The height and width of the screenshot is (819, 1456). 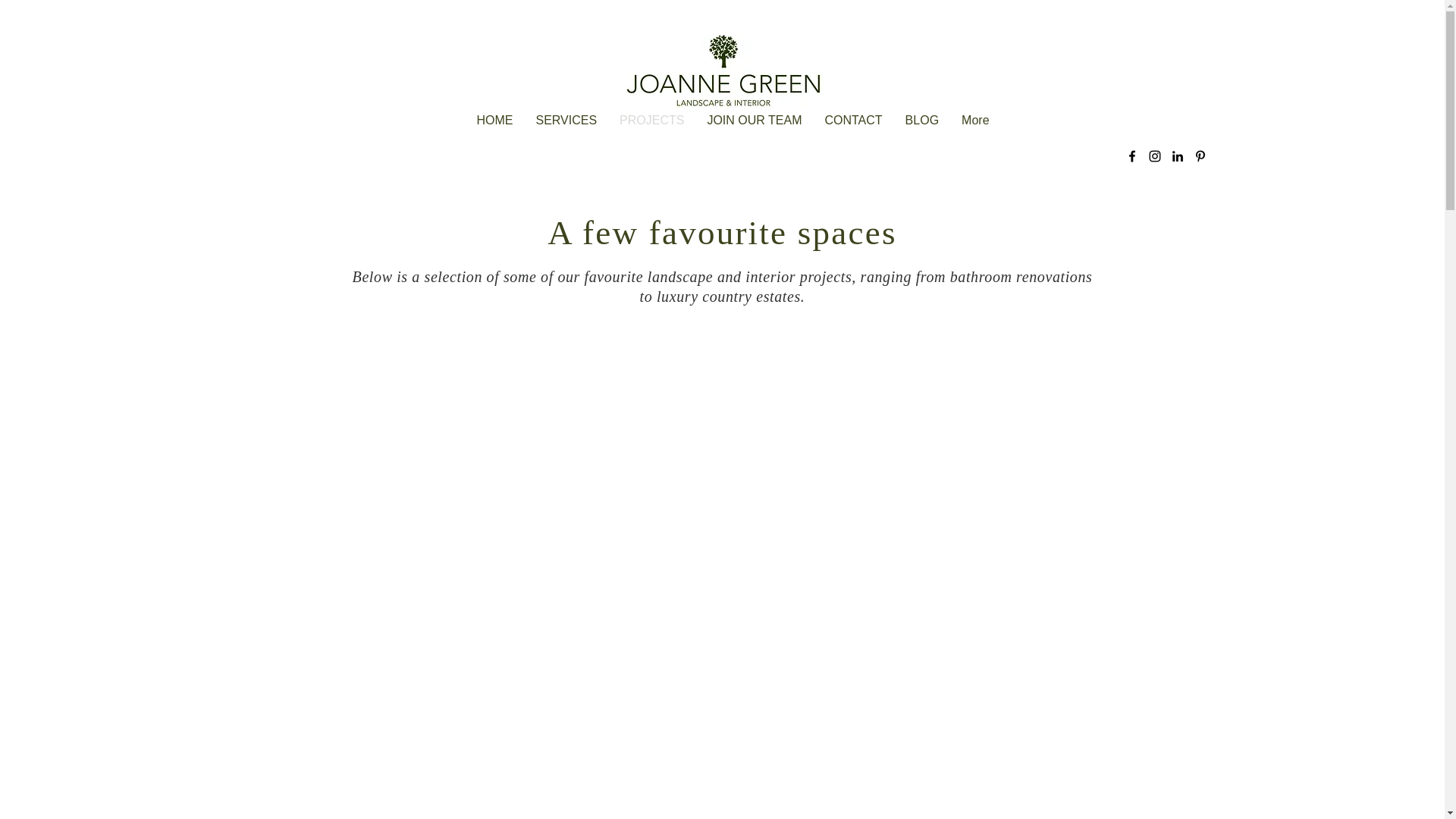 What do you see at coordinates (494, 127) in the screenshot?
I see `'HOME'` at bounding box center [494, 127].